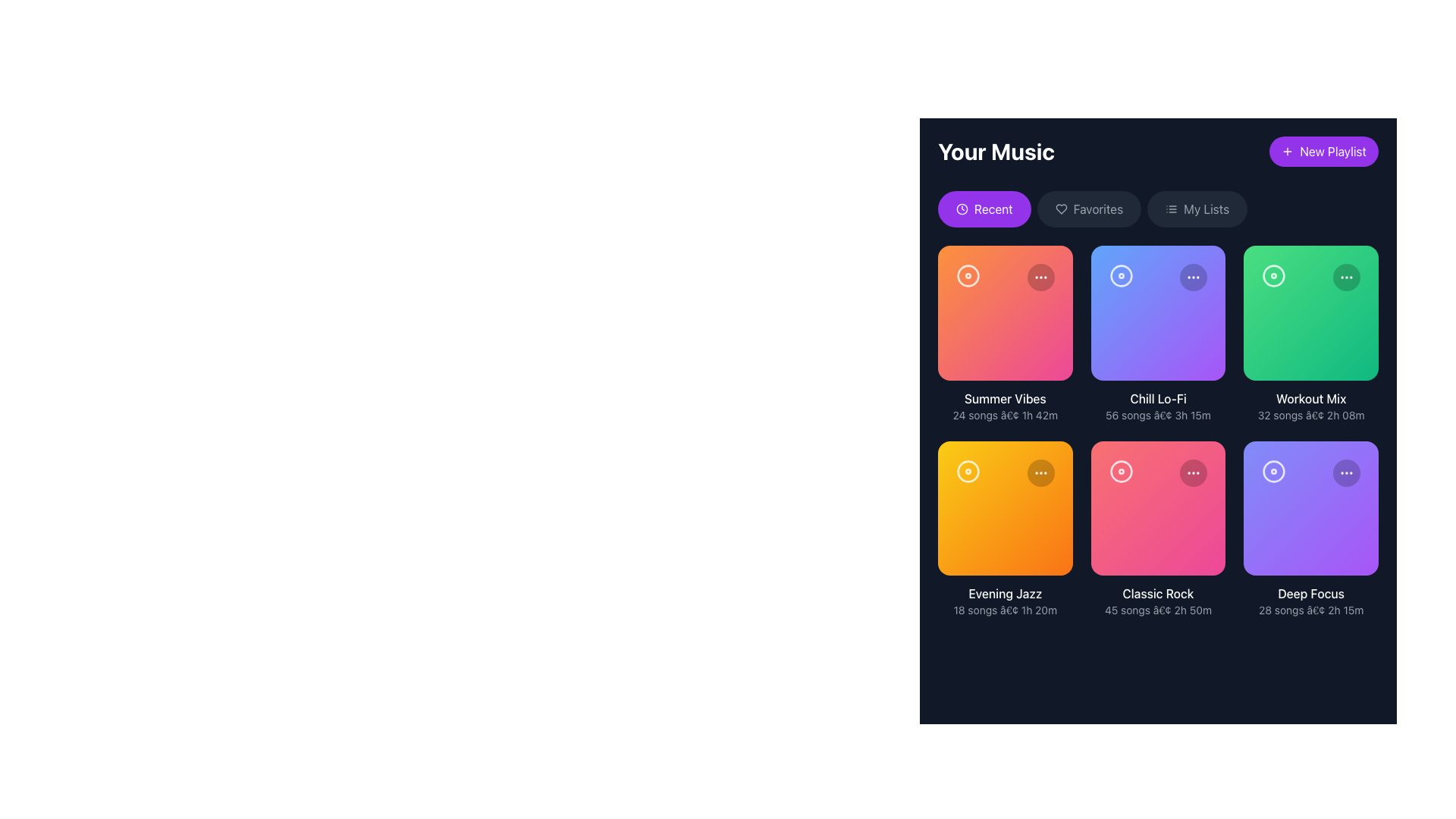  What do you see at coordinates (1005, 610) in the screenshot?
I see `the text label displaying '18 songs • 1h 20m' which is styled in light gray and positioned below the 'Evening Jazz' title in the playlist grid` at bounding box center [1005, 610].